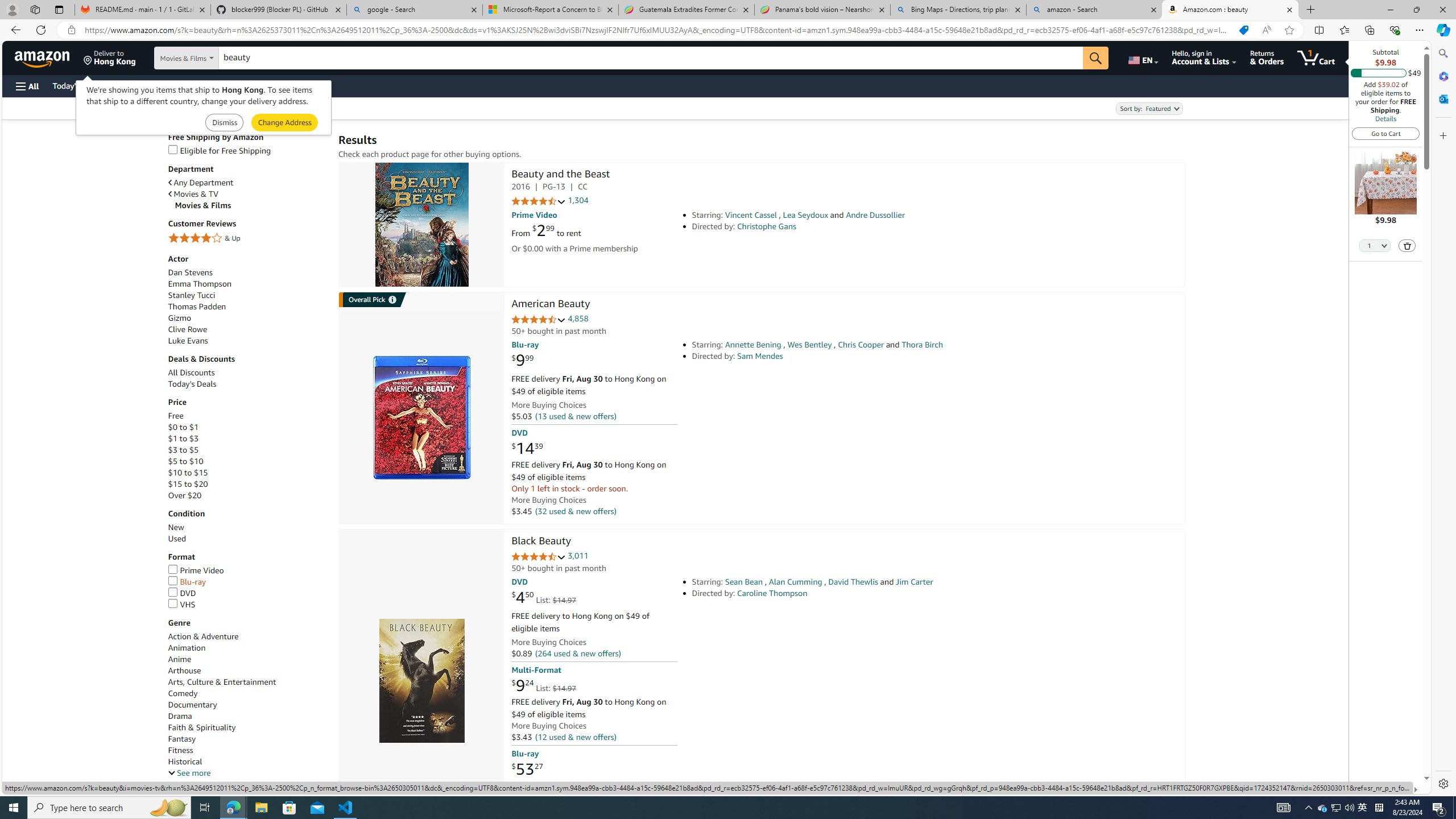 The image size is (1456, 819). What do you see at coordinates (188, 329) in the screenshot?
I see `'Clive Rowe'` at bounding box center [188, 329].